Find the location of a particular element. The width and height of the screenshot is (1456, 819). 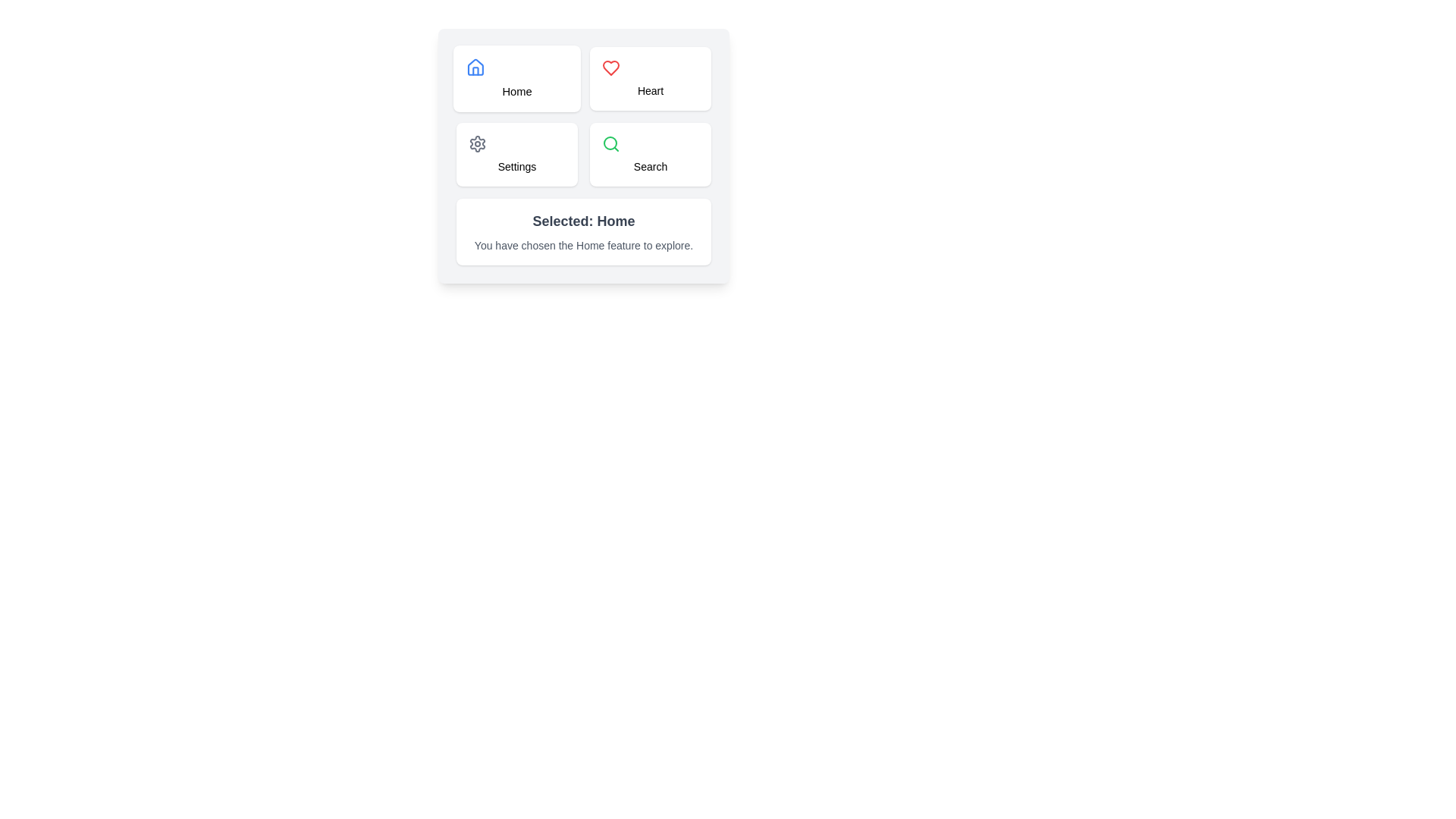

the 'Home' icon element, which is an outline of a house located at the top-left corner of the grid layout, above the text 'Home' is located at coordinates (475, 66).